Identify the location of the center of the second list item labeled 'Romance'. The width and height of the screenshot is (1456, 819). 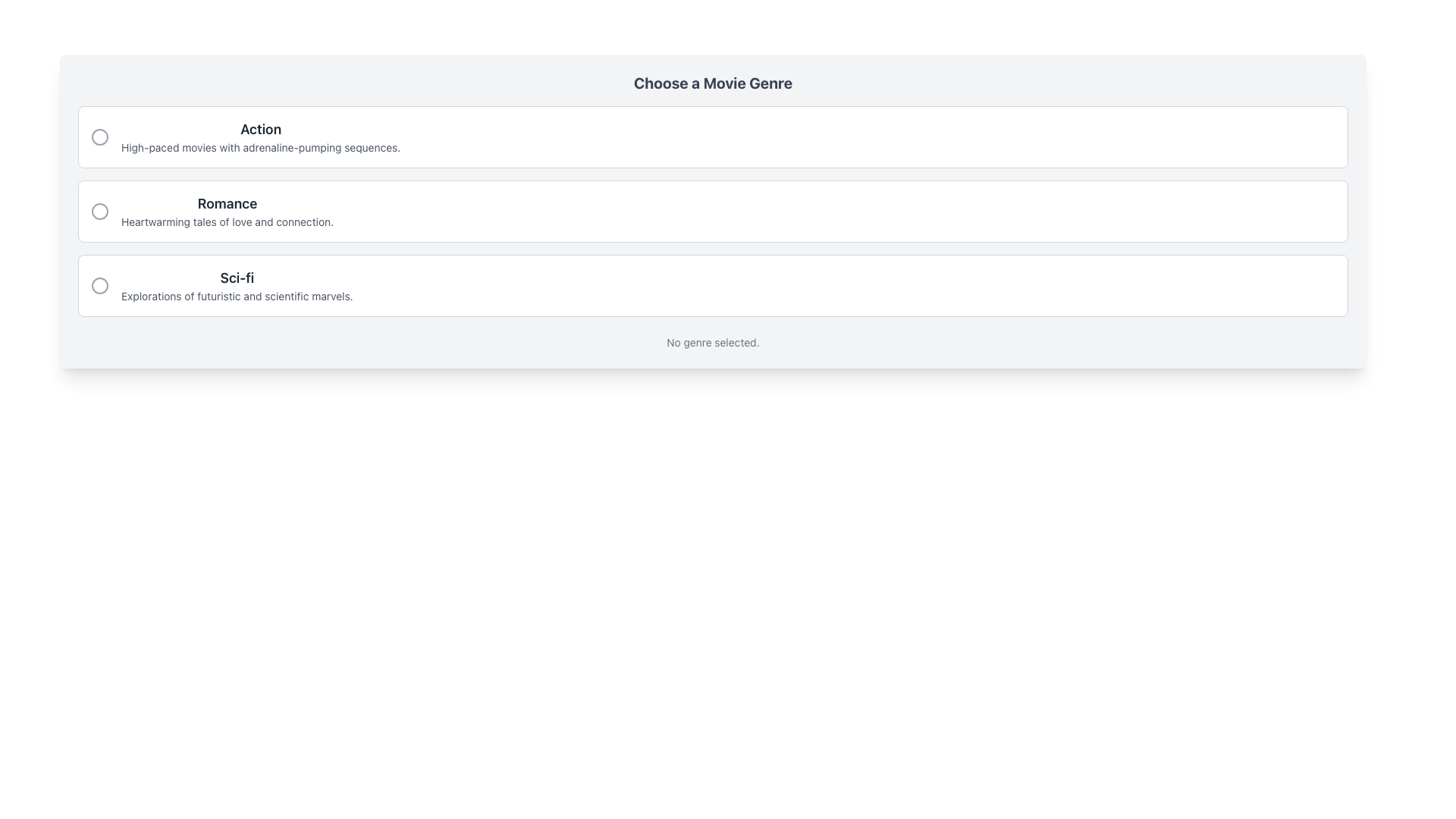
(712, 211).